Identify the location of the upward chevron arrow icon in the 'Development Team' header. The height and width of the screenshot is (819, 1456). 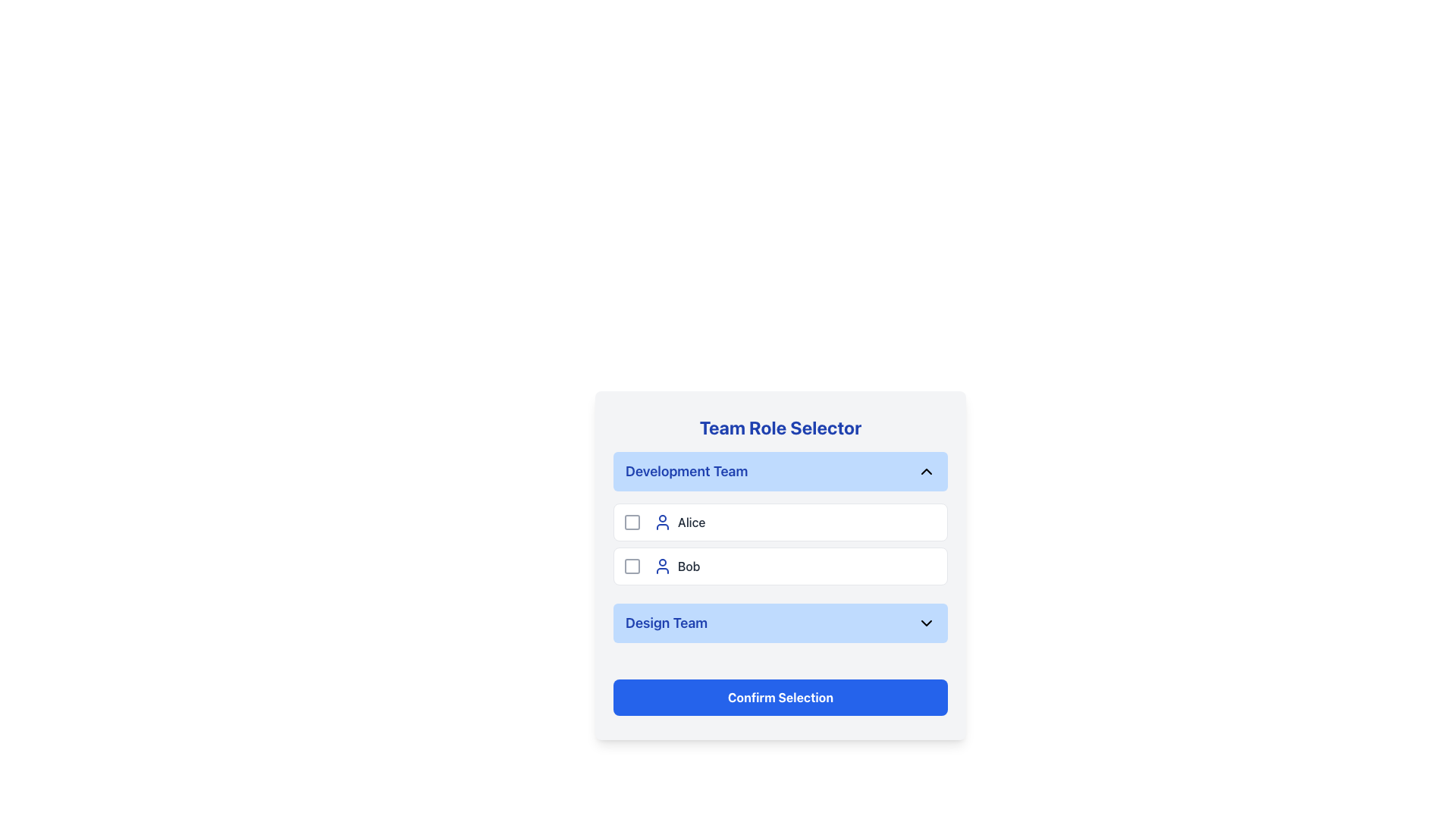
(926, 470).